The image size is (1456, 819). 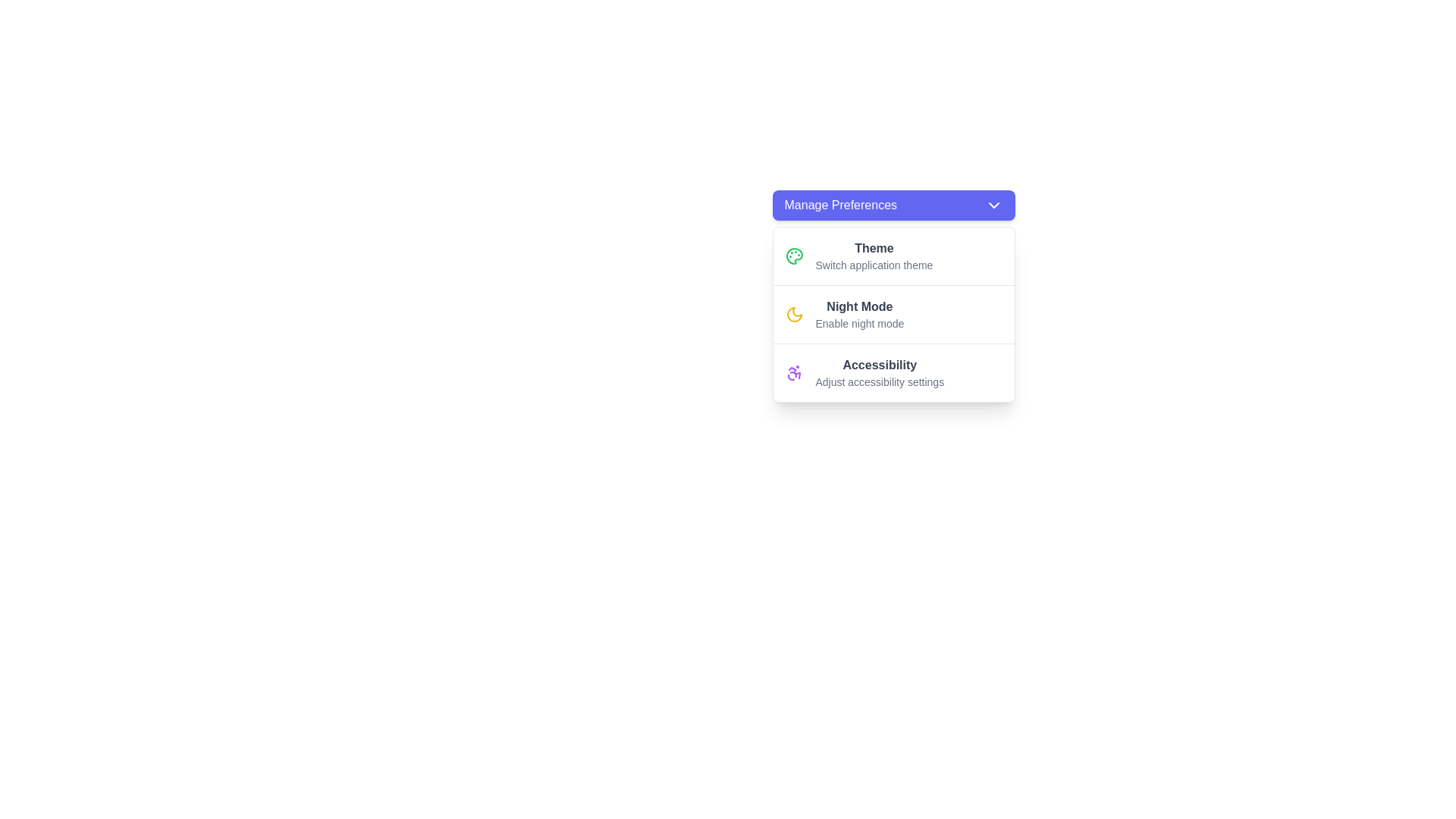 I want to click on the second option in the dropdown menu, so click(x=893, y=313).